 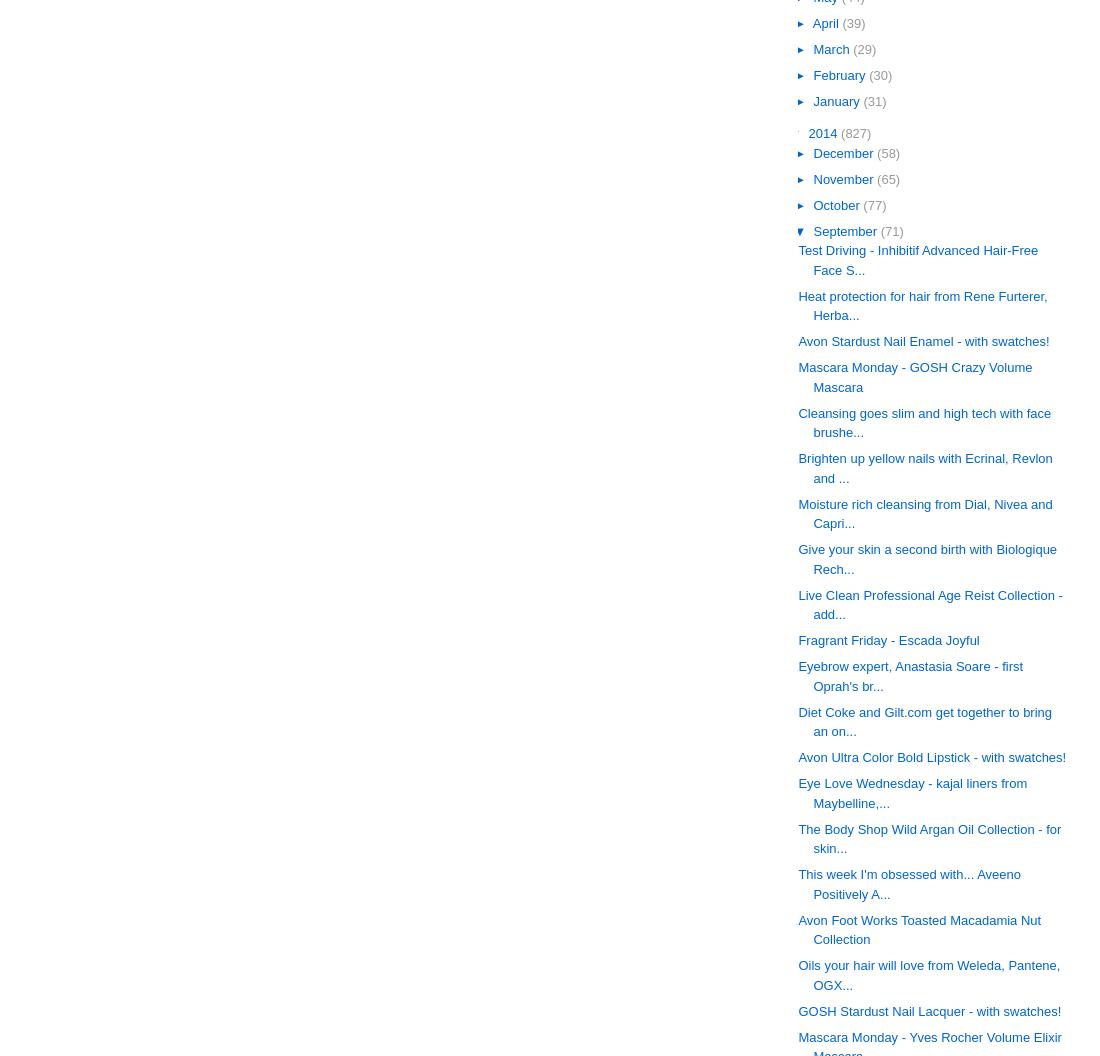 What do you see at coordinates (863, 48) in the screenshot?
I see `'(29)'` at bounding box center [863, 48].